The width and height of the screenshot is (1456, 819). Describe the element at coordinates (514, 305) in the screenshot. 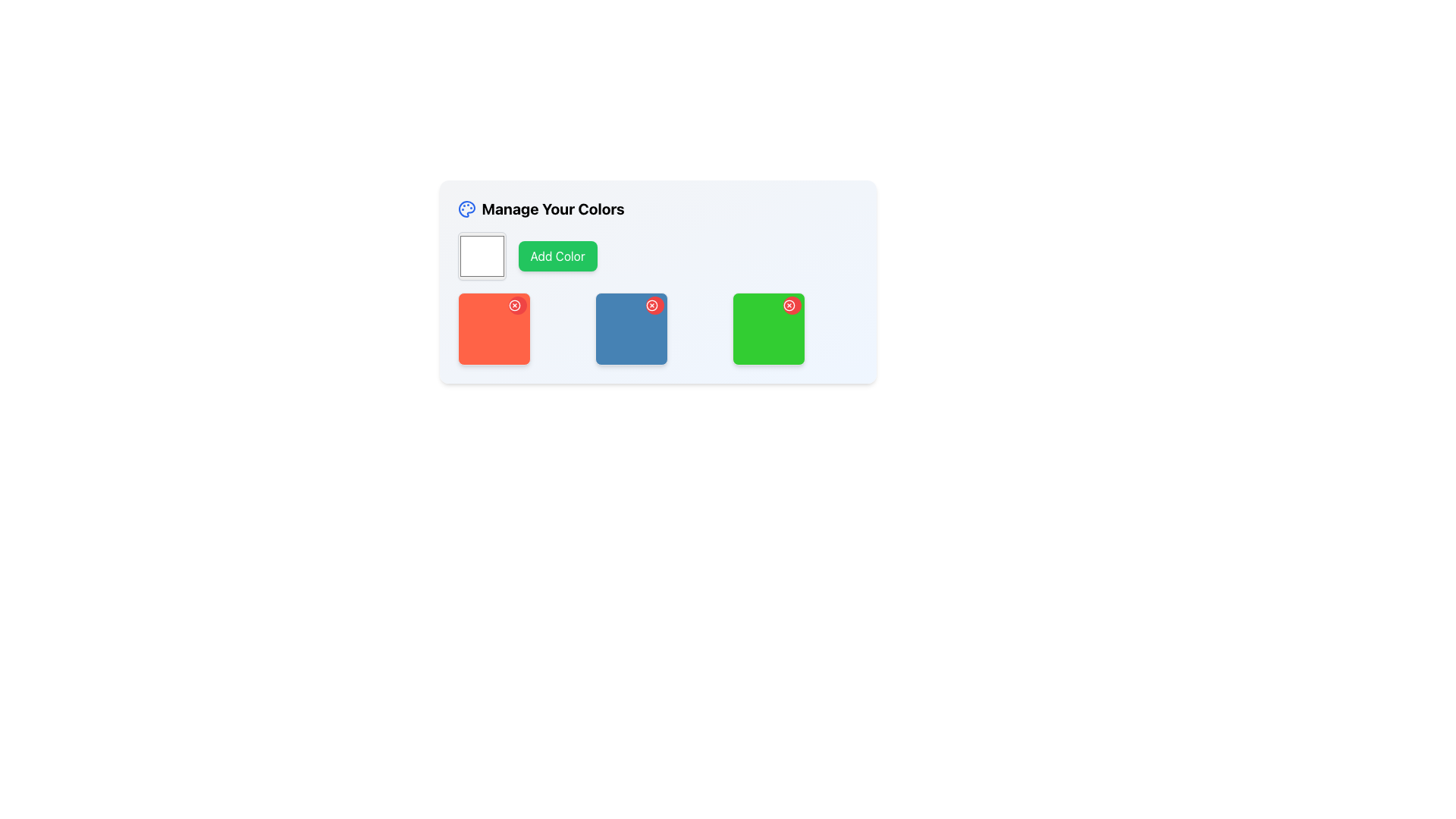

I see `the circular red-outlined icon located at the top-right corner of the first red-colored square tile in the 'Manage Your Colors' section to interact with it` at that location.